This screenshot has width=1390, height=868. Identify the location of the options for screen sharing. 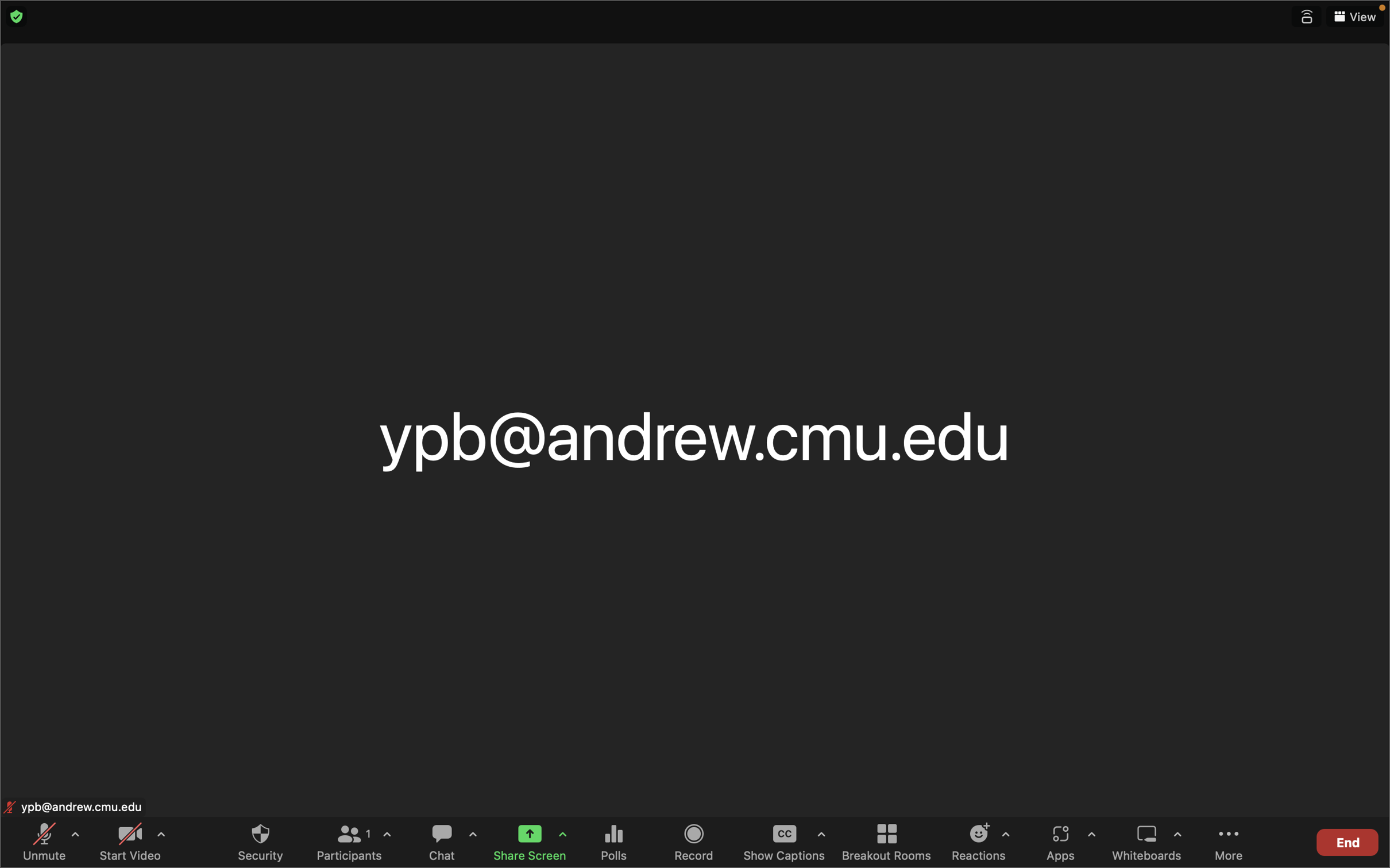
(562, 836).